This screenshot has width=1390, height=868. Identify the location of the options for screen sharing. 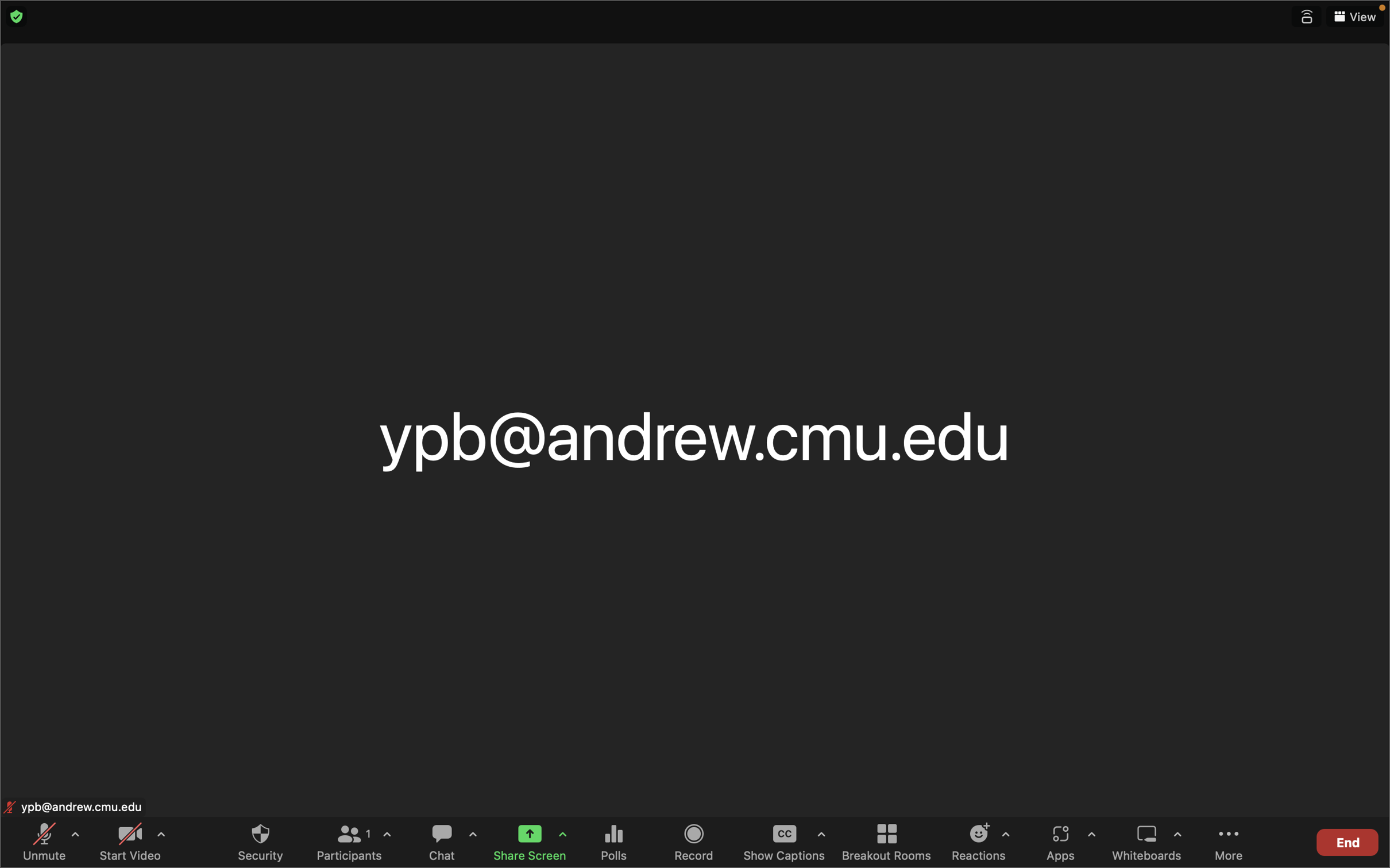
(562, 836).